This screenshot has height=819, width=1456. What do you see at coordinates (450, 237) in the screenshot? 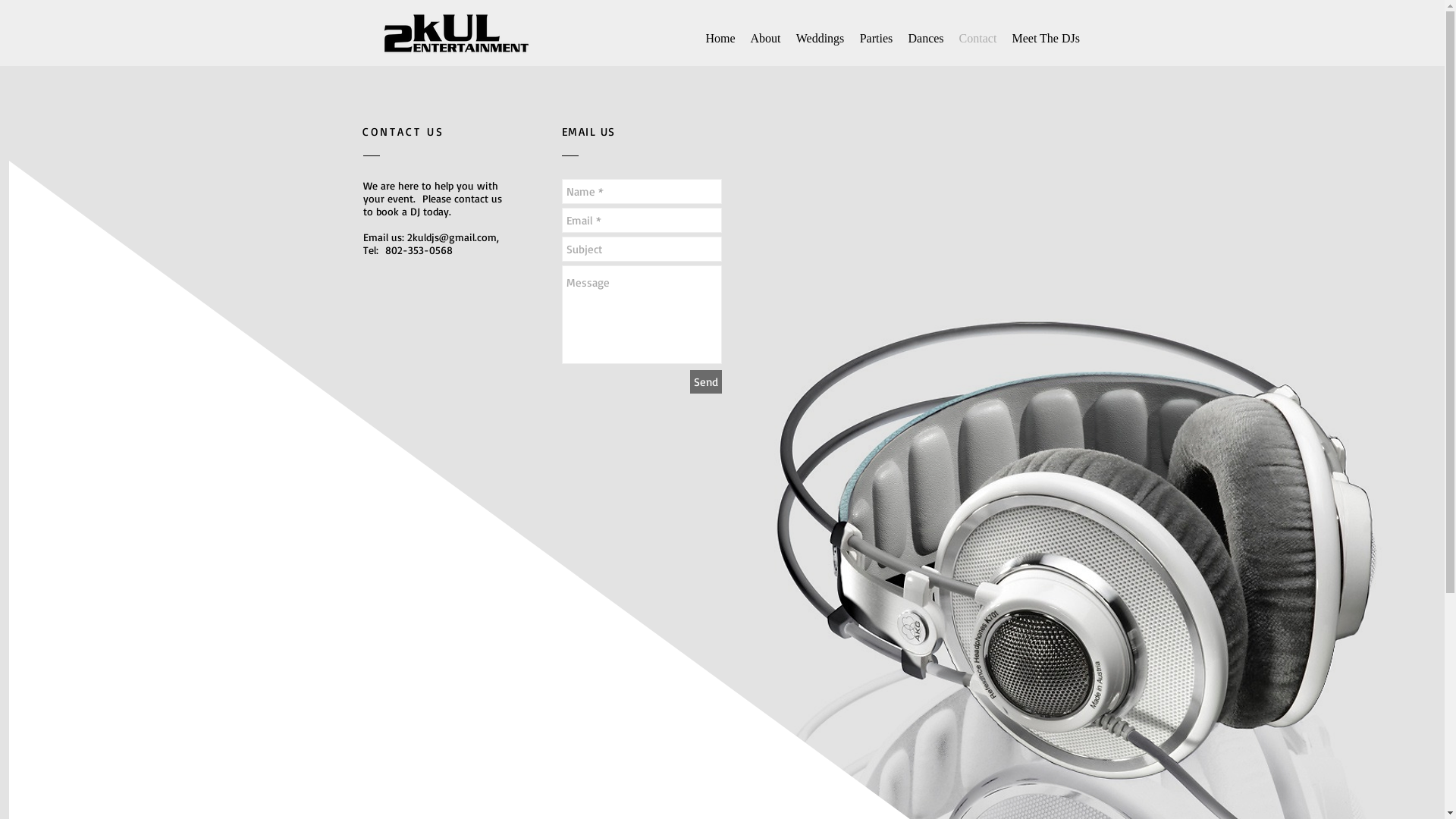
I see `'2kuldjs@gmail.com'` at bounding box center [450, 237].